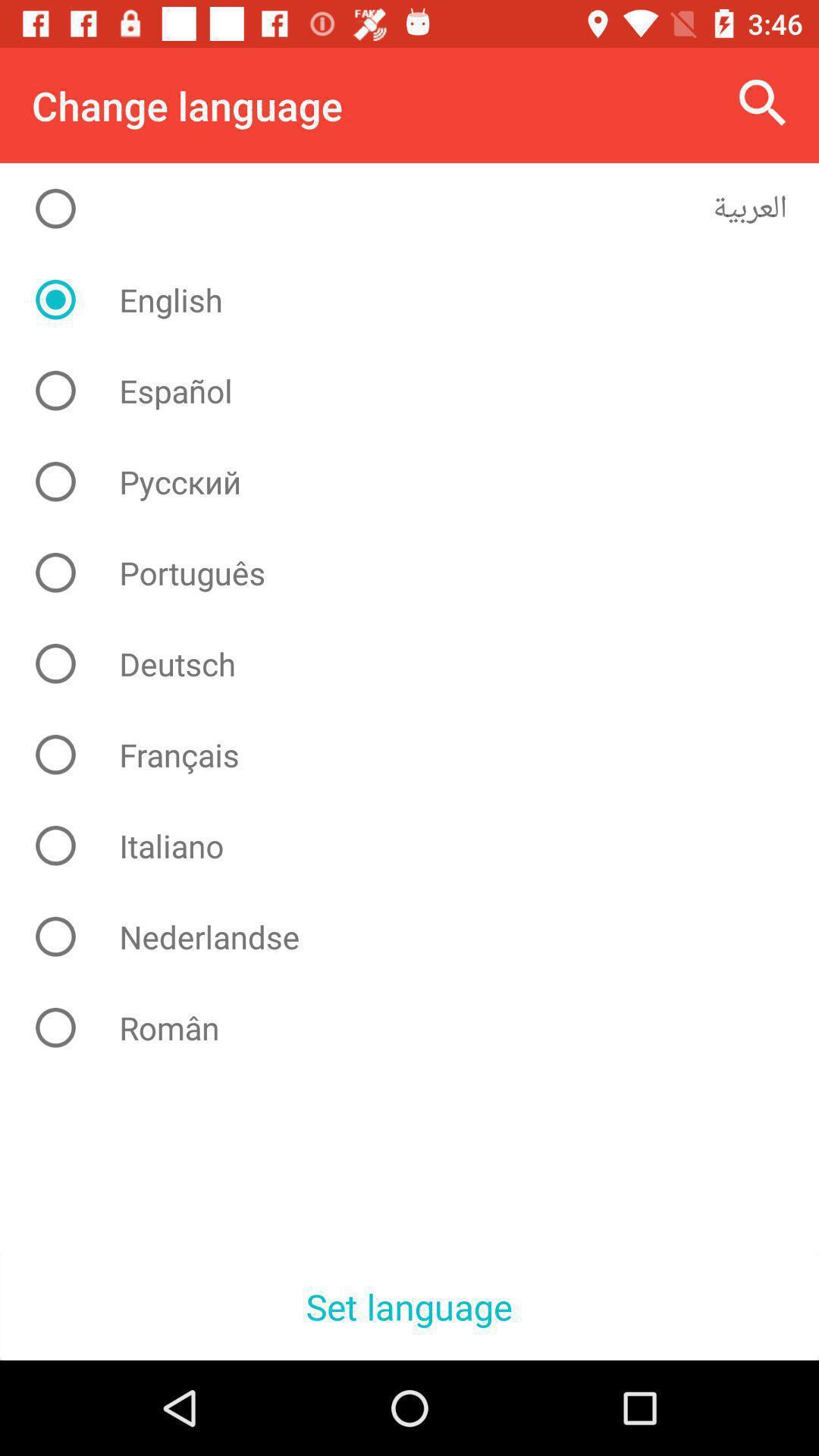 This screenshot has height=1456, width=819. What do you see at coordinates (421, 572) in the screenshot?
I see `item above deutsch icon` at bounding box center [421, 572].